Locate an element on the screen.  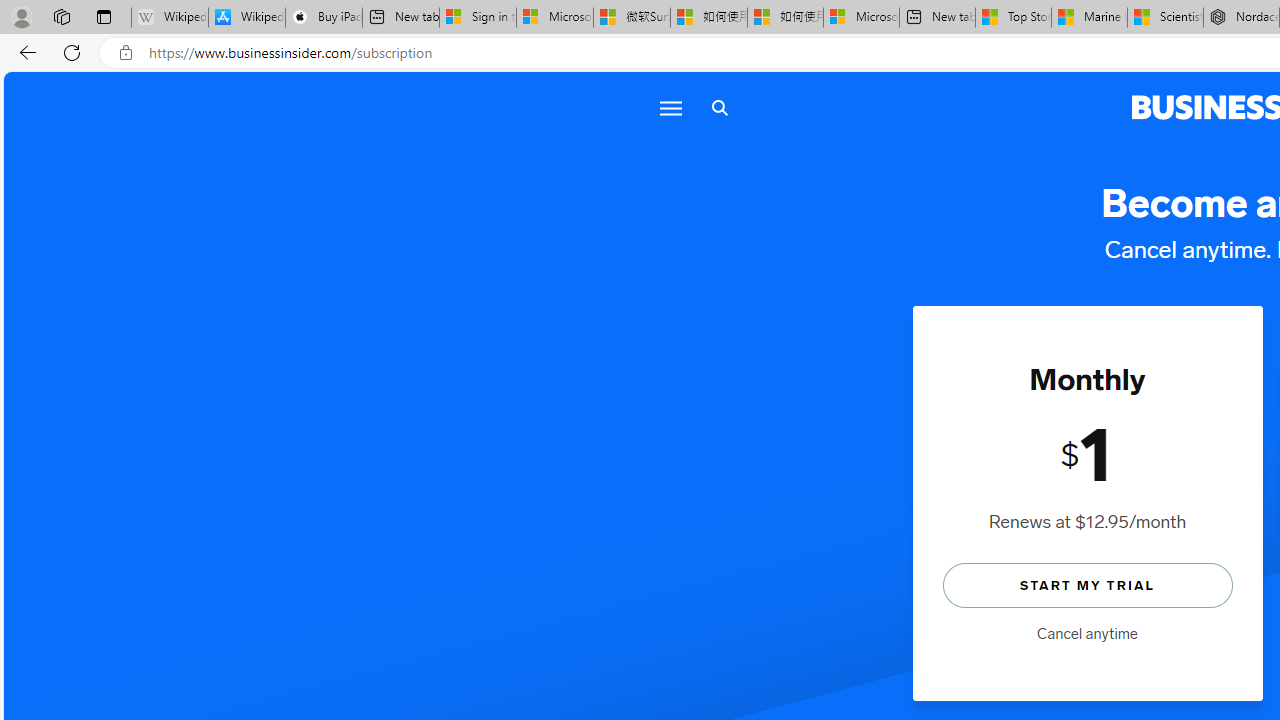
'Go to the search page.' is located at coordinates (719, 108).